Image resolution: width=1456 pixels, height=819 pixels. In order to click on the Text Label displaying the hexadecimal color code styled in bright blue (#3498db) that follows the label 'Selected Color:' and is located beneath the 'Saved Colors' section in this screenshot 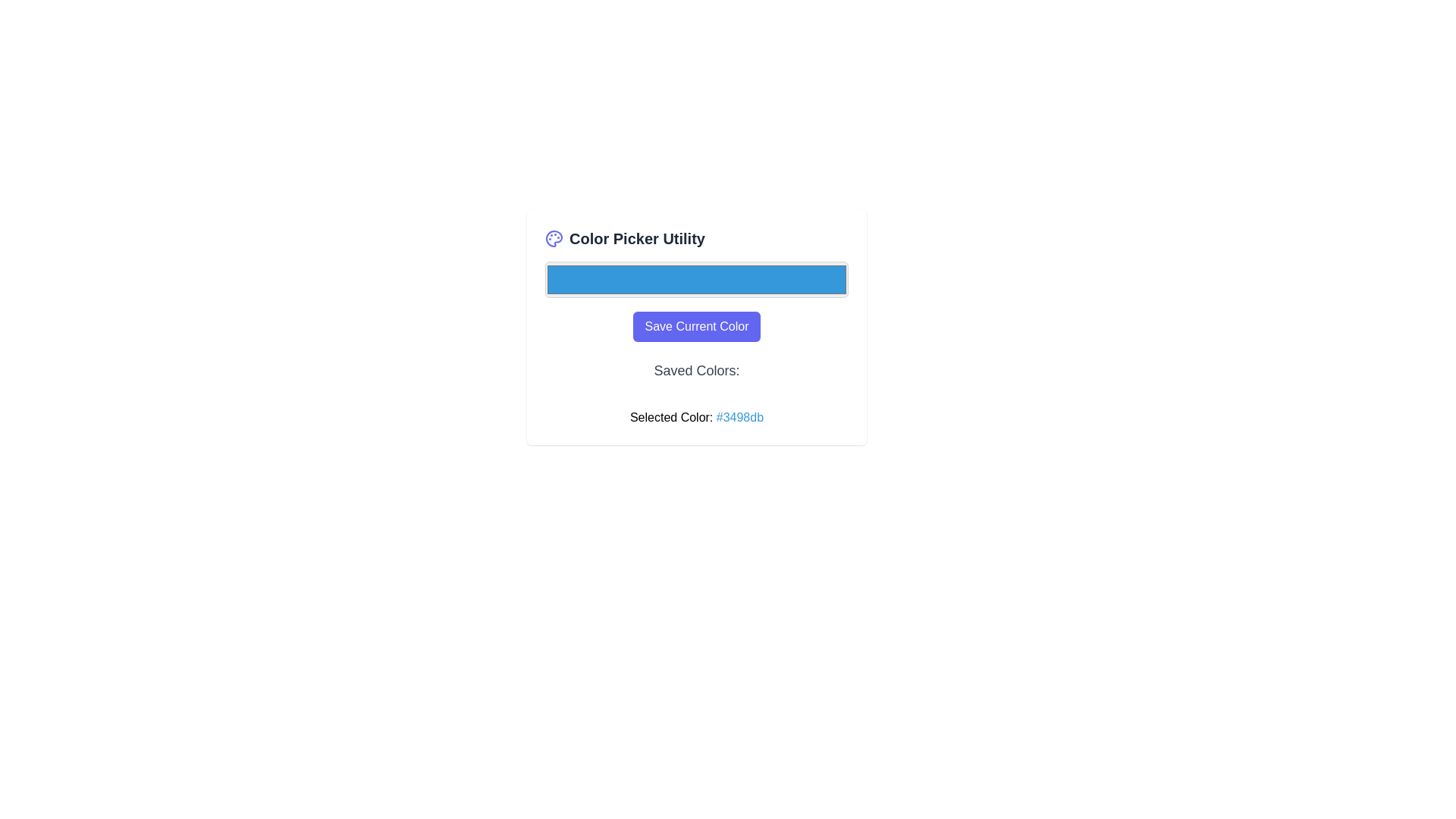, I will do `click(739, 417)`.